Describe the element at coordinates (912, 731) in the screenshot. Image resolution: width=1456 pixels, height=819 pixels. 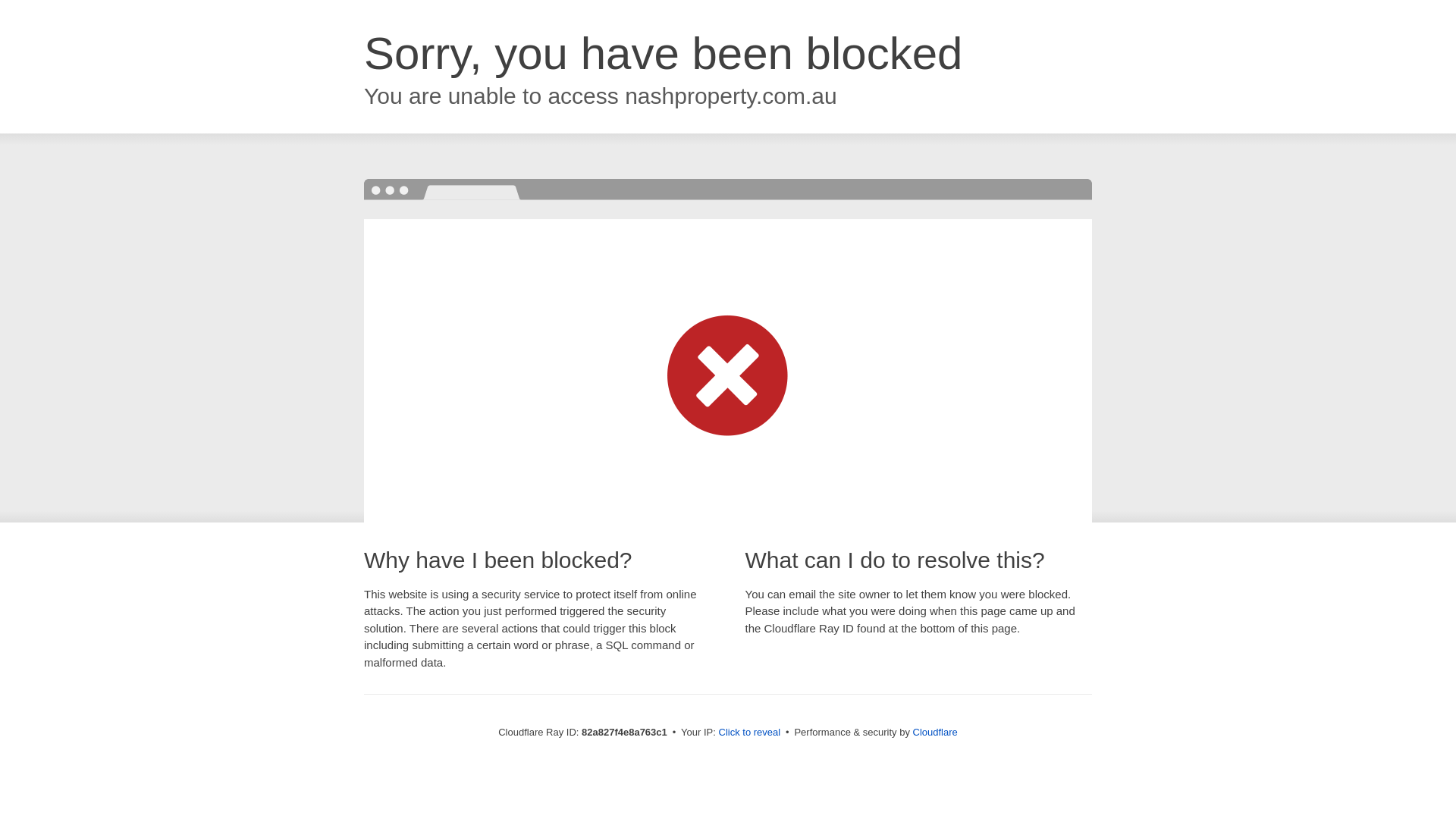
I see `'Cloudflare'` at that location.